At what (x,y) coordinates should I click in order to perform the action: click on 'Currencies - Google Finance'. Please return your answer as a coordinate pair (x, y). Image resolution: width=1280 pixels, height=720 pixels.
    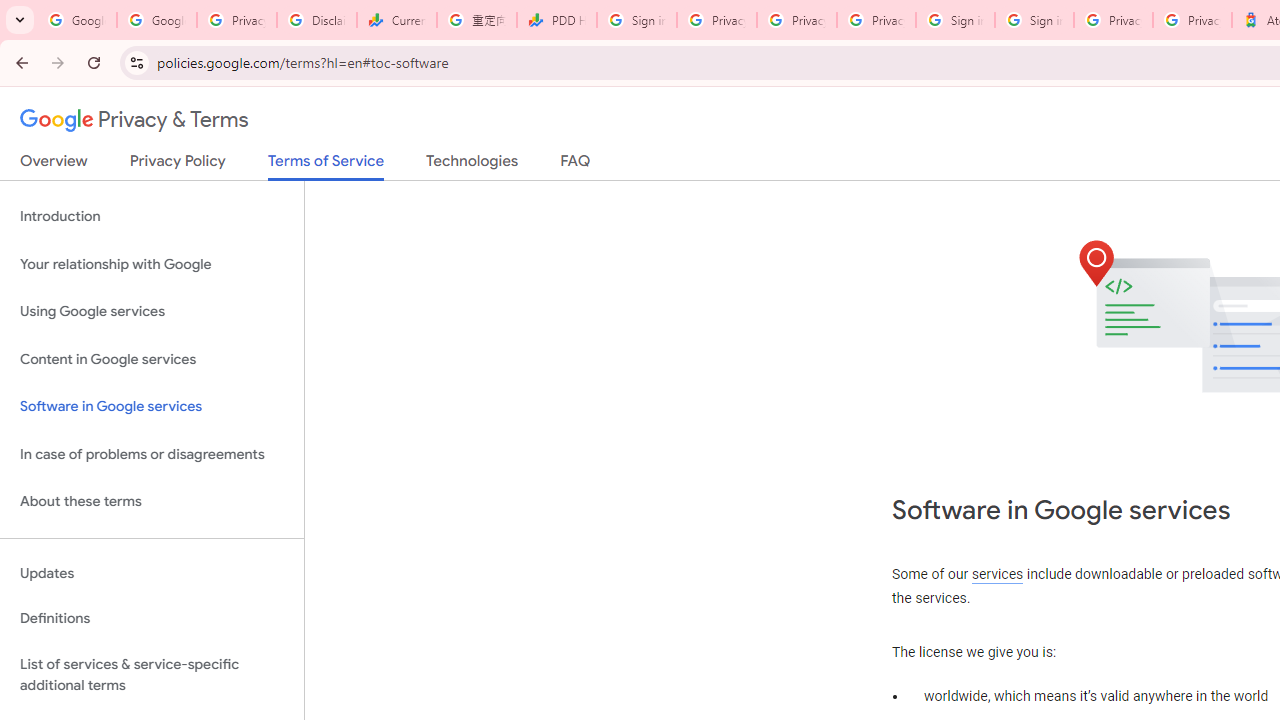
    Looking at the image, I should click on (396, 20).